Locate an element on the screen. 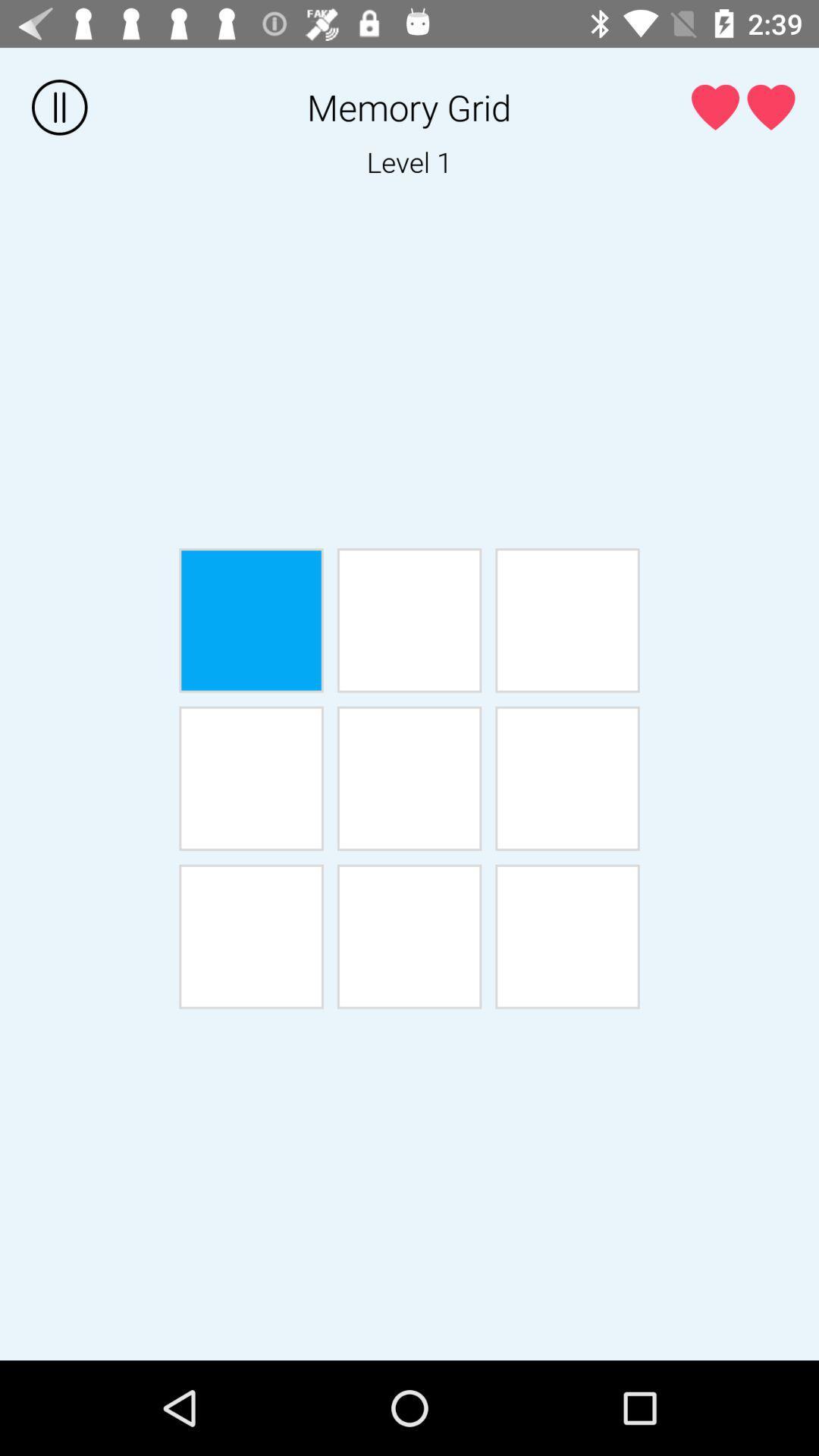  next players turn is located at coordinates (250, 936).